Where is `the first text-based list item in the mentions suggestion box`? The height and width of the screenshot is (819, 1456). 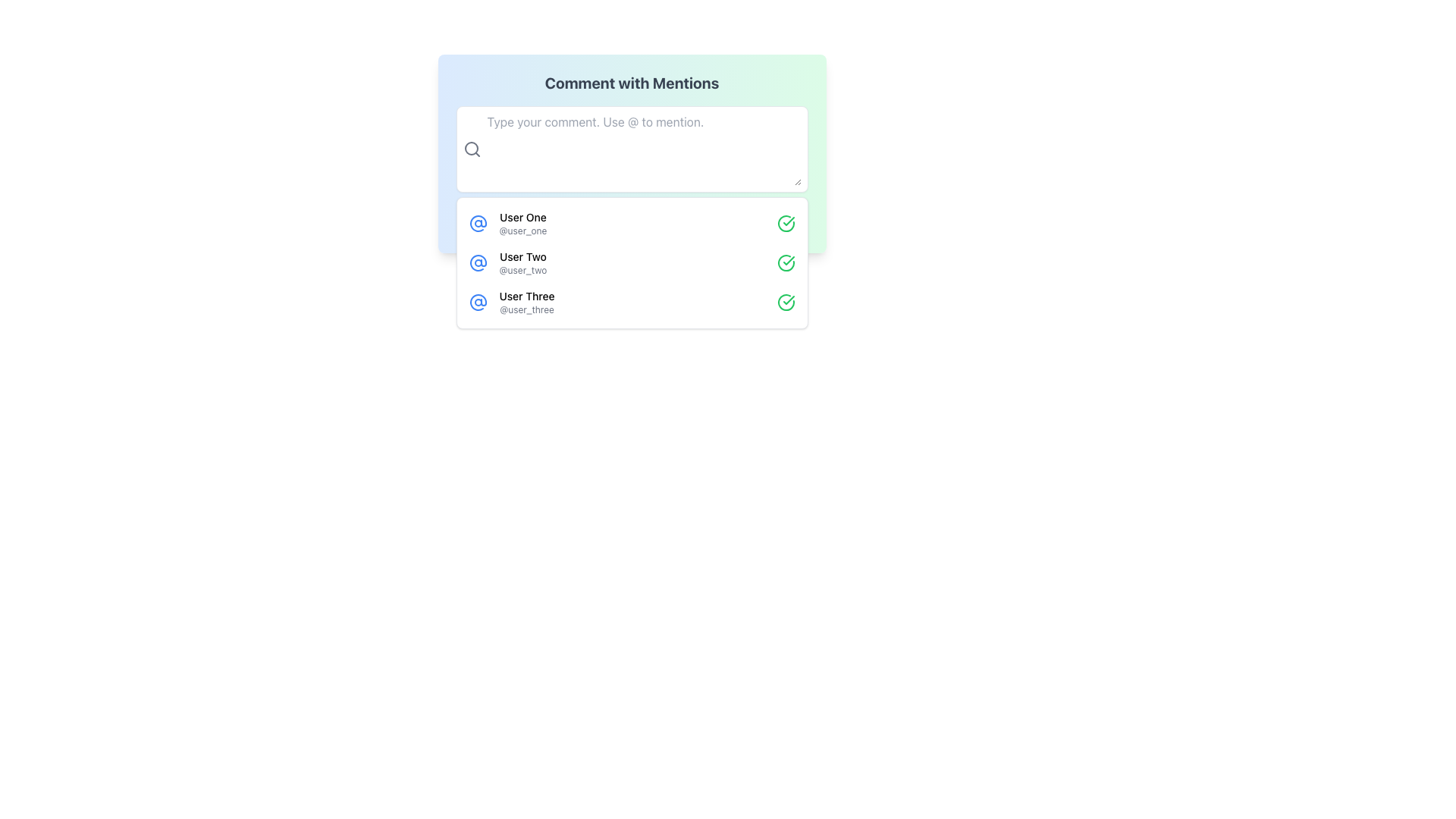 the first text-based list item in the mentions suggestion box is located at coordinates (523, 223).